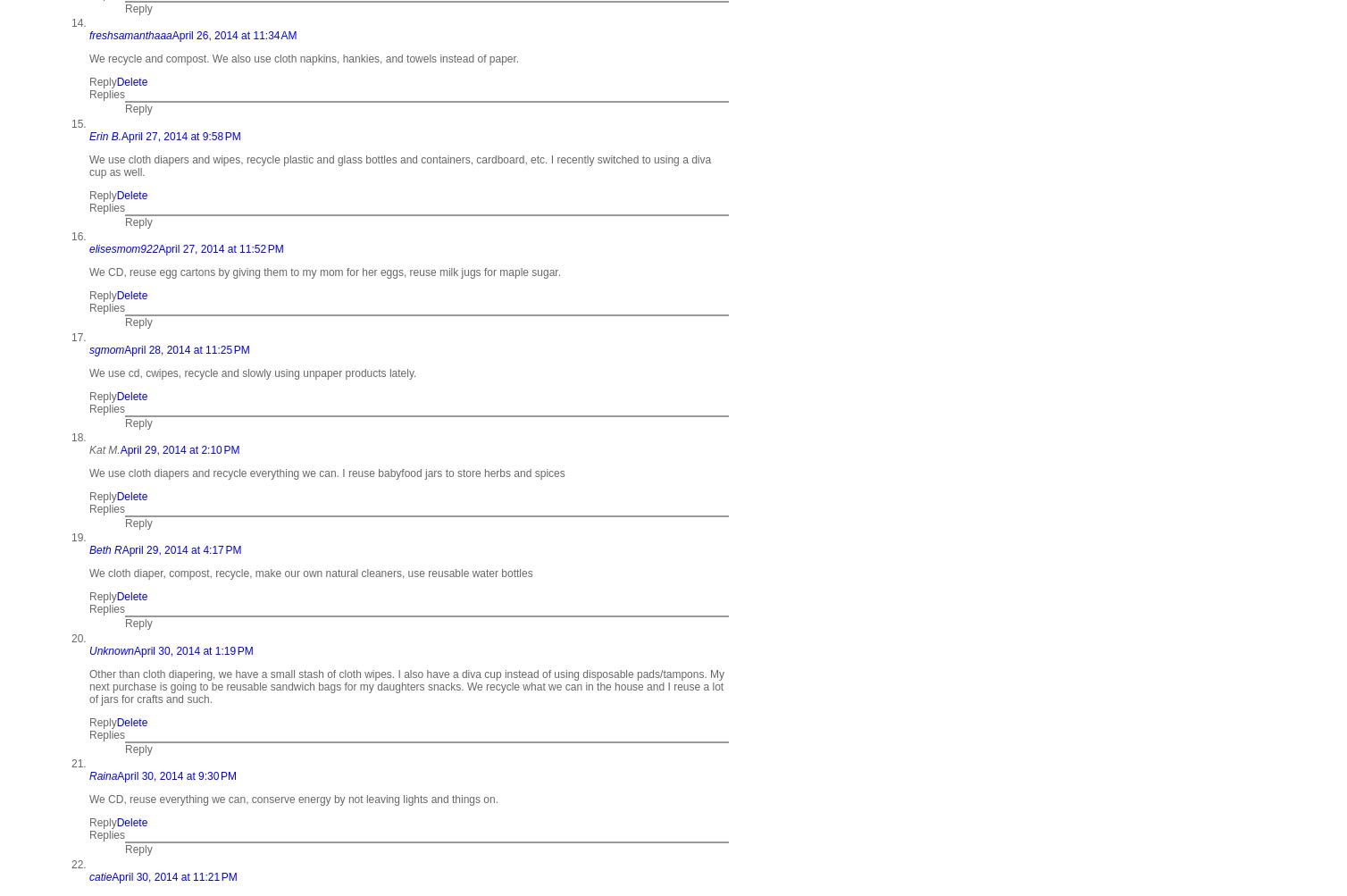  I want to click on 'April 27, 2014 at 11:52 PM', so click(220, 249).